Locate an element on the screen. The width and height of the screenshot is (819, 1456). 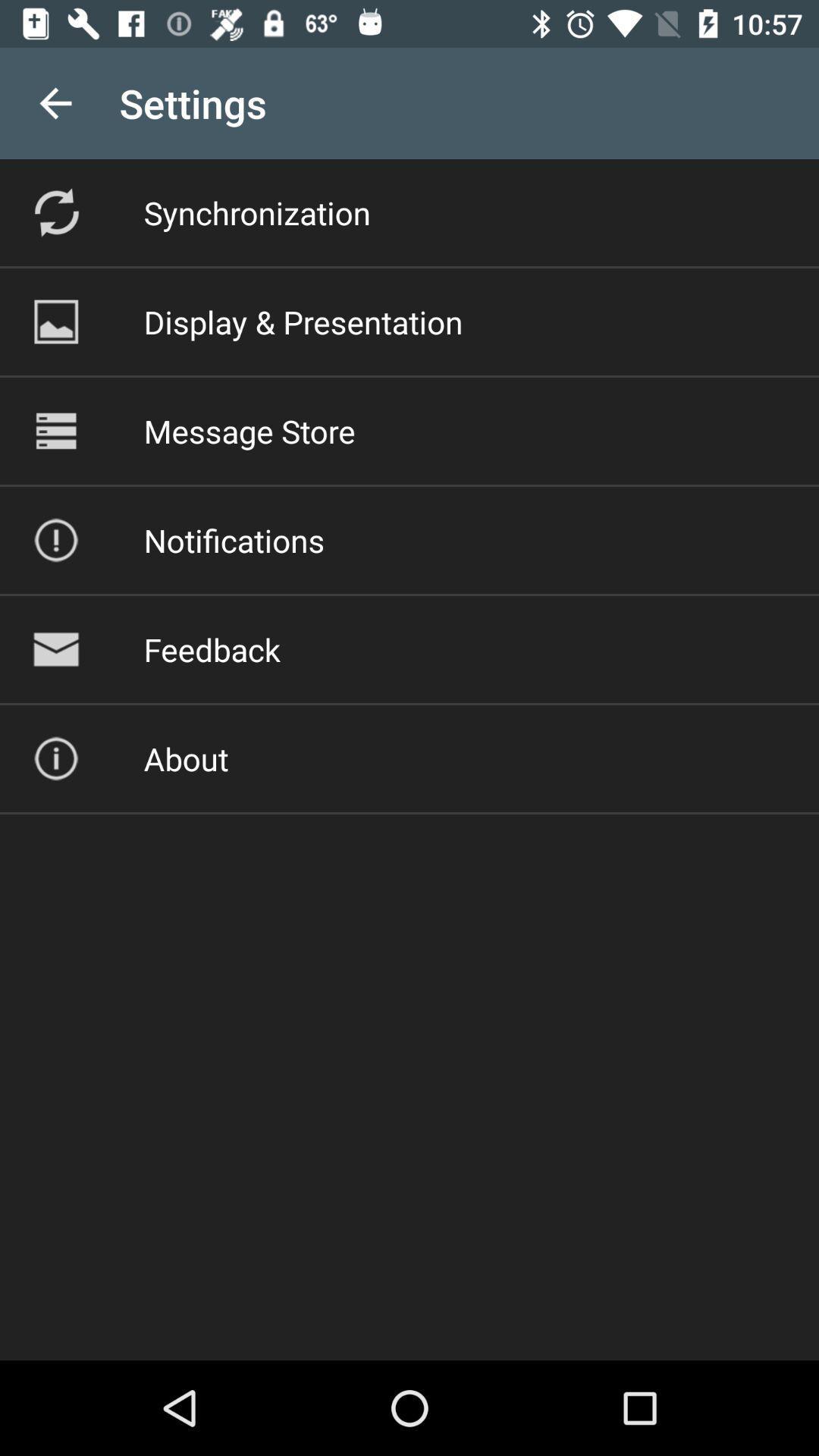
the icon above the about item is located at coordinates (212, 649).